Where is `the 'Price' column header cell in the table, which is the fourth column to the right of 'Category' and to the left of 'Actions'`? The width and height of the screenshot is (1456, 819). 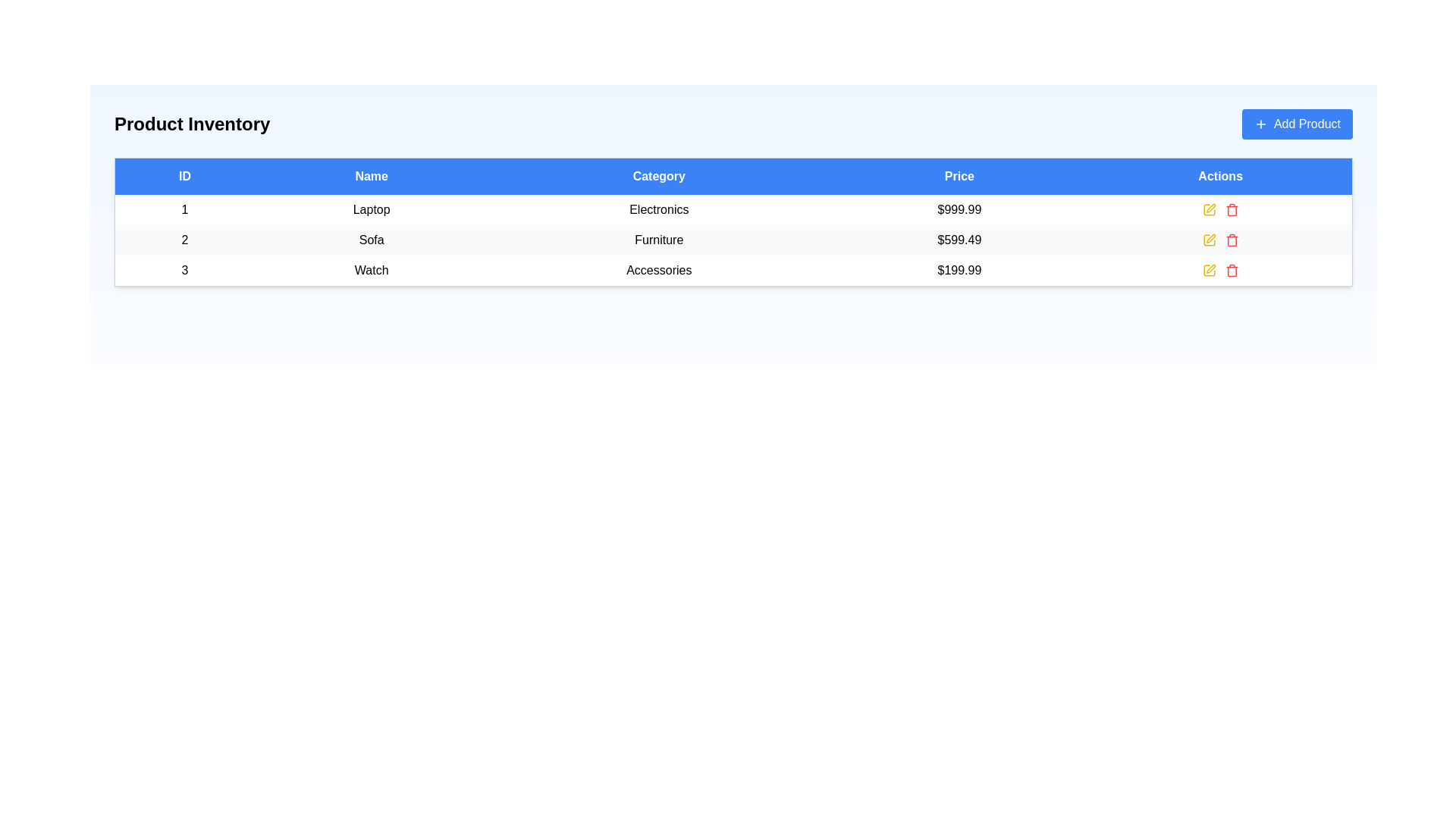 the 'Price' column header cell in the table, which is the fourth column to the right of 'Category' and to the left of 'Actions' is located at coordinates (959, 175).